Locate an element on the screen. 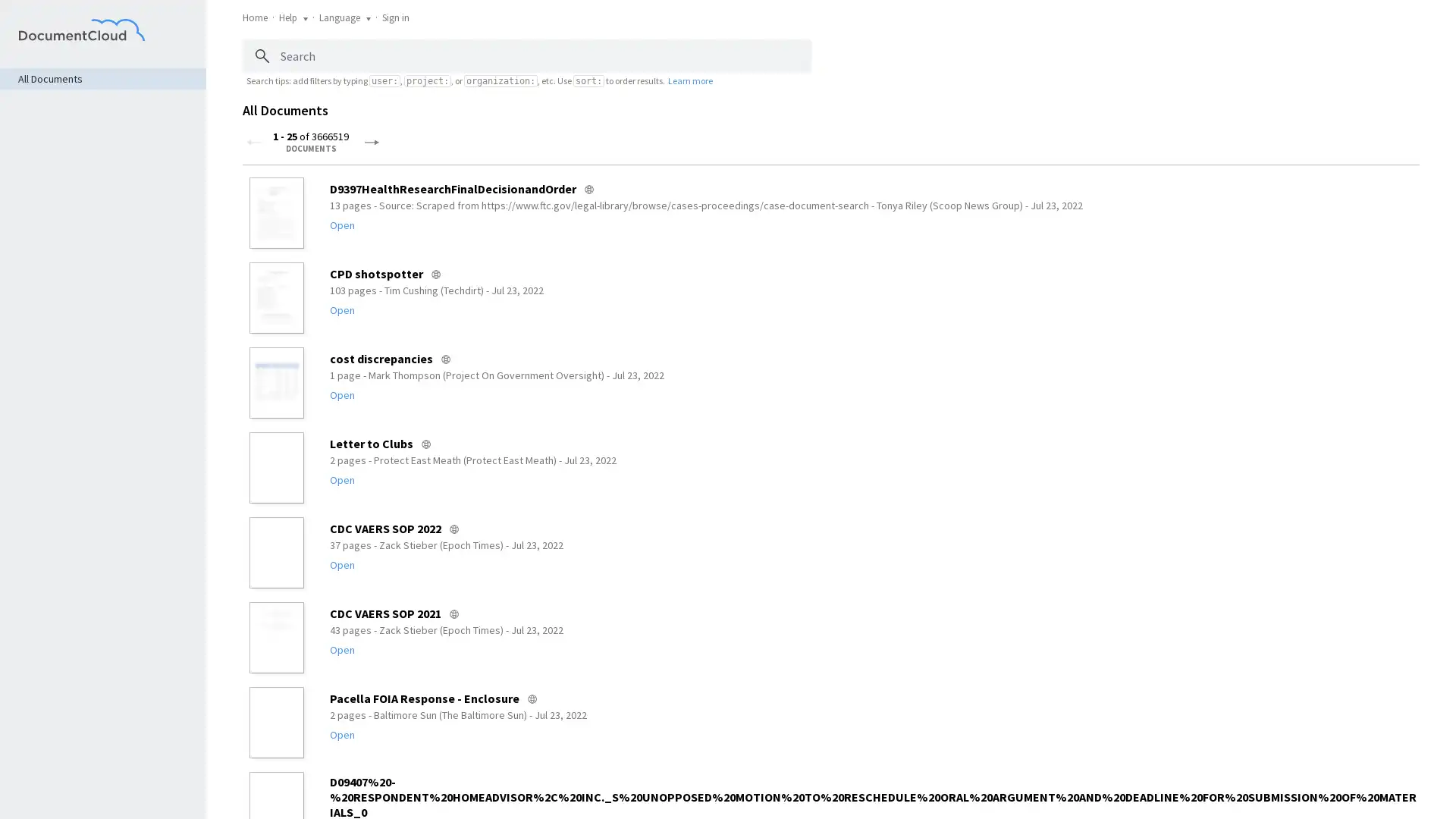  Open is located at coordinates (341, 225).